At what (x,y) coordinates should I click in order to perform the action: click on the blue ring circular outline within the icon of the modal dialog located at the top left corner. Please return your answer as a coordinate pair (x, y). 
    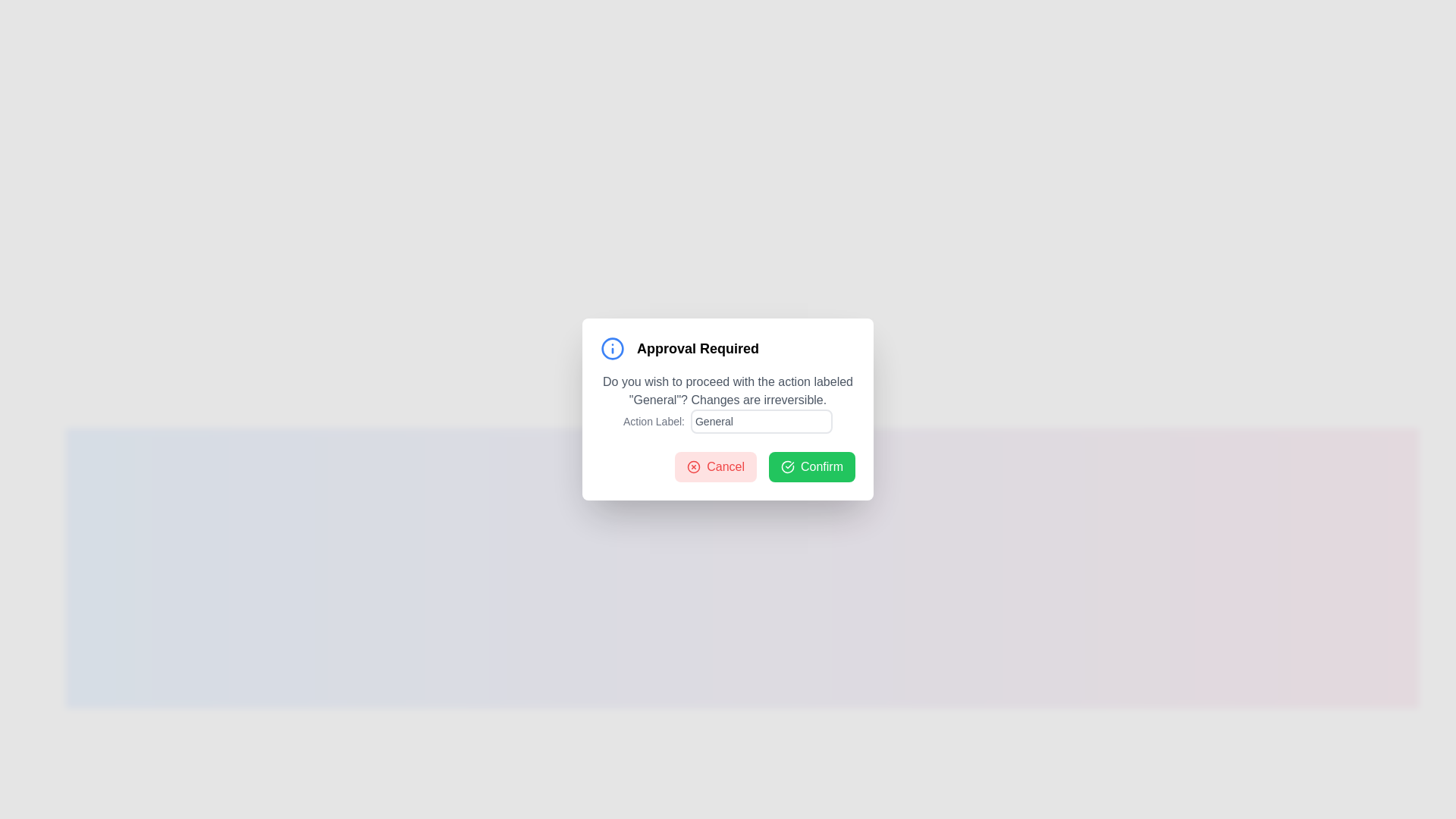
    Looking at the image, I should click on (612, 348).